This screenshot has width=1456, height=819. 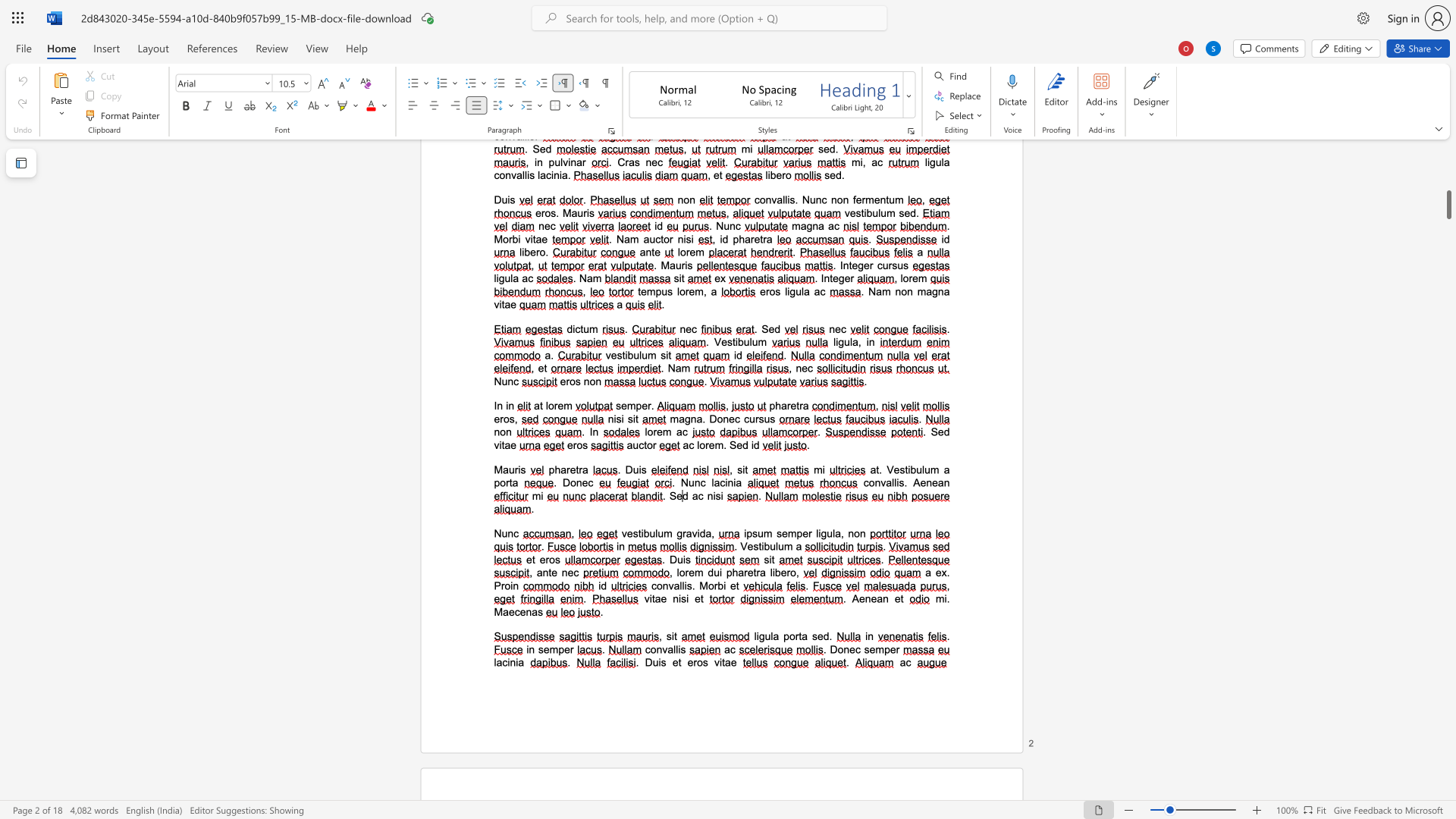 What do you see at coordinates (542, 573) in the screenshot?
I see `the space between the continuous character "a" and "n" in the text` at bounding box center [542, 573].